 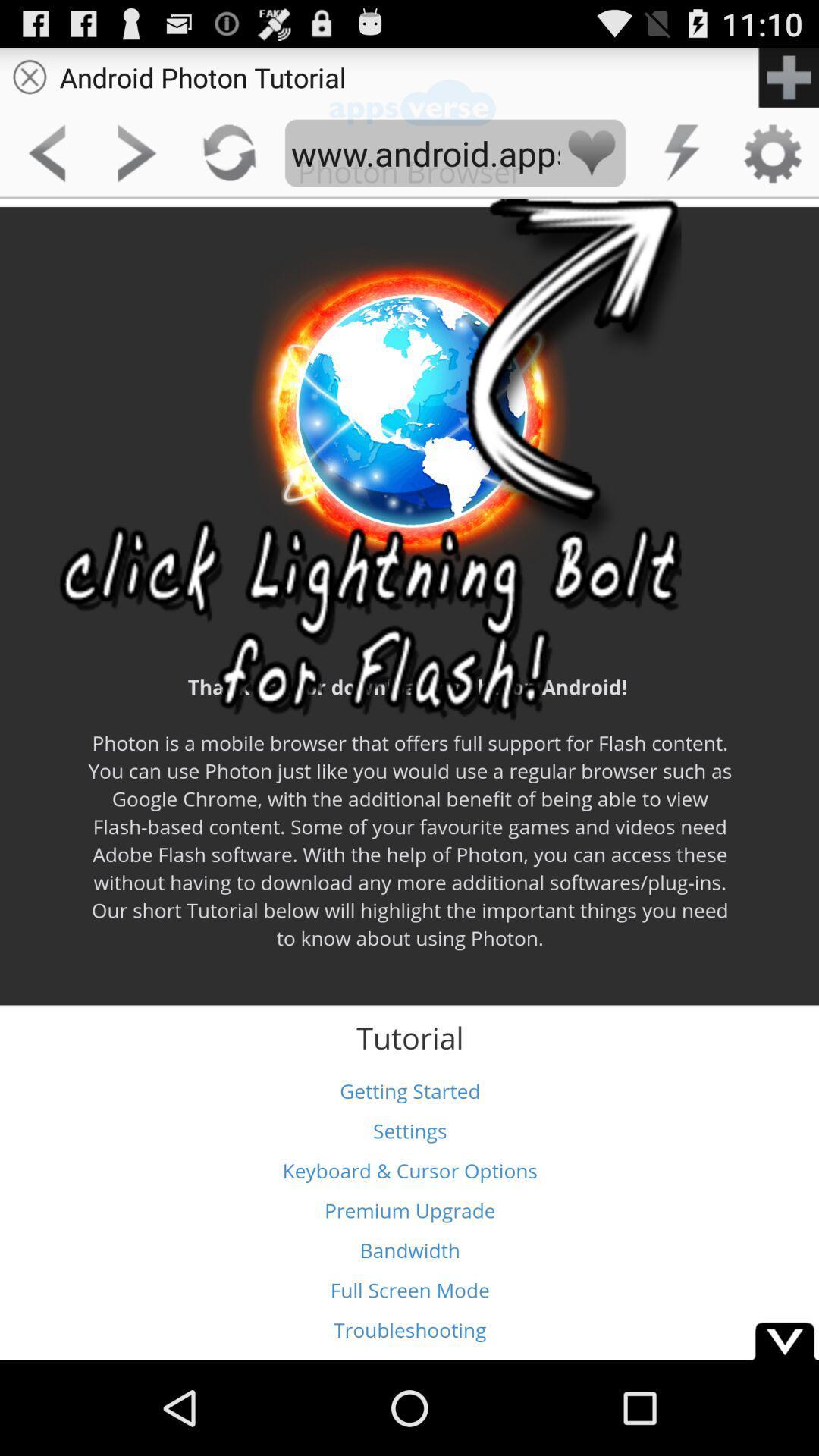 I want to click on the favorite icon, so click(x=591, y=164).